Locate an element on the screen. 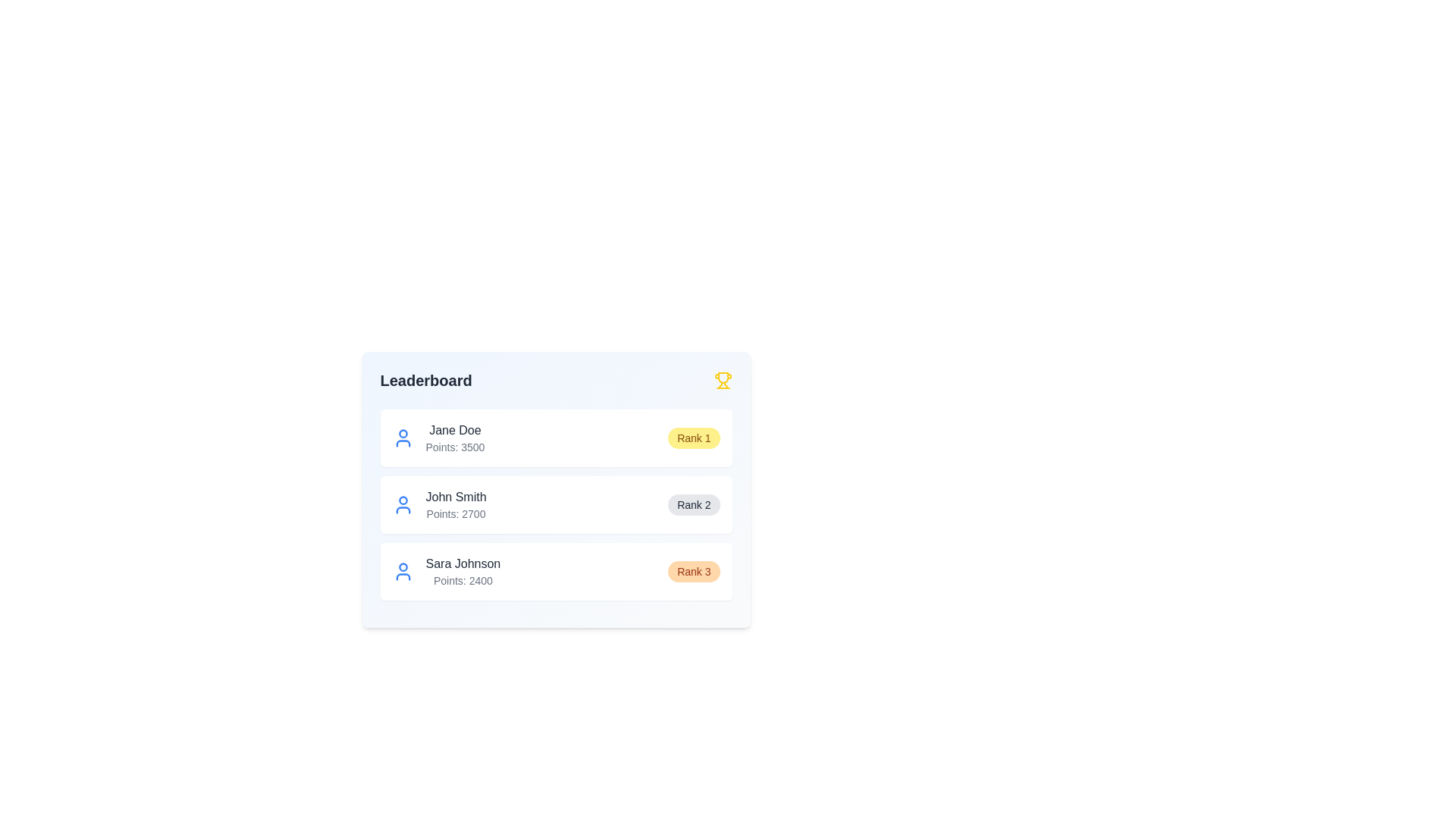  the text label displaying 'Points: 2400' located below the name 'Sara Johnson' in the leaderboard is located at coordinates (462, 580).